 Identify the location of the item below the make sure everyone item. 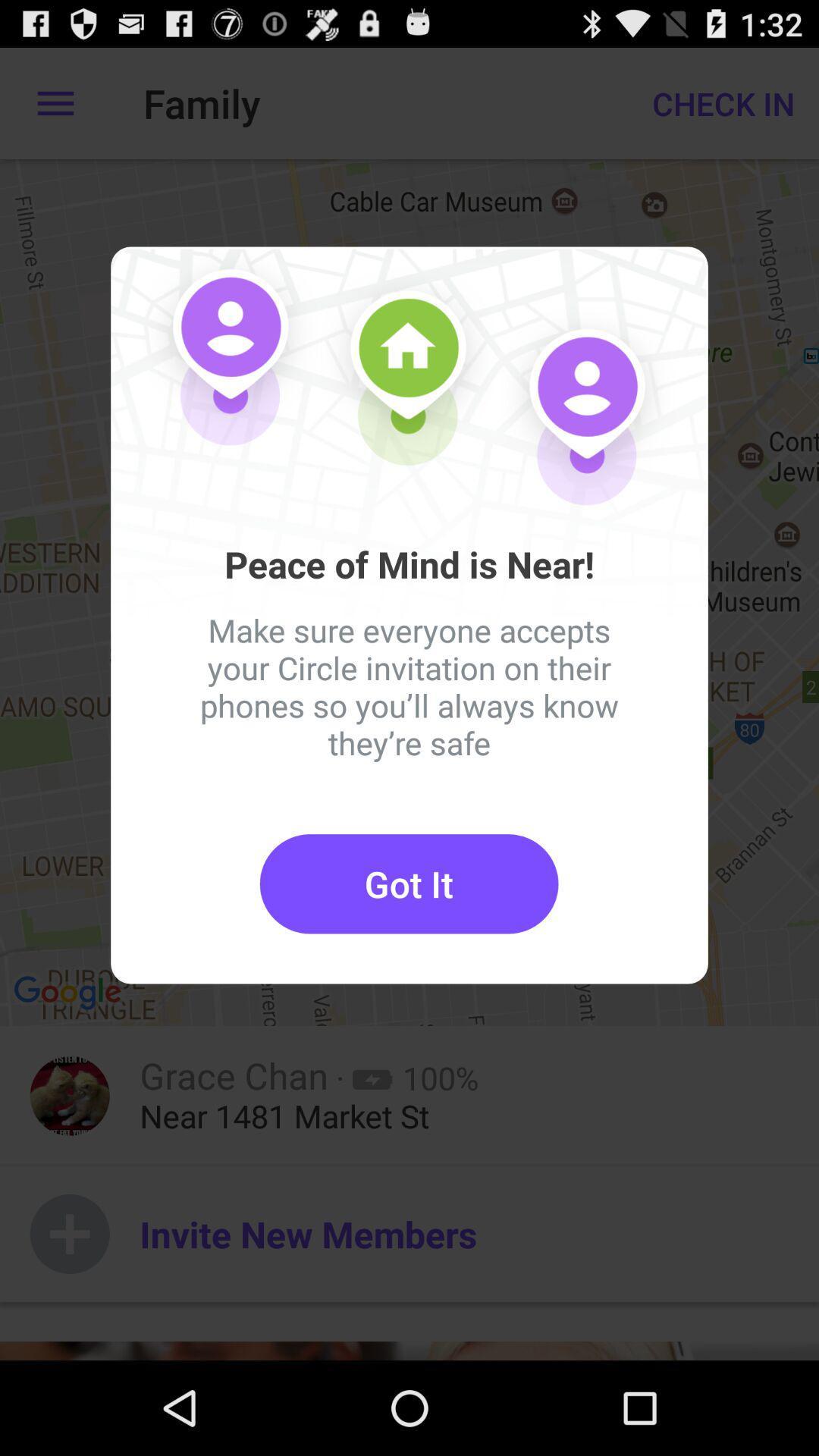
(408, 883).